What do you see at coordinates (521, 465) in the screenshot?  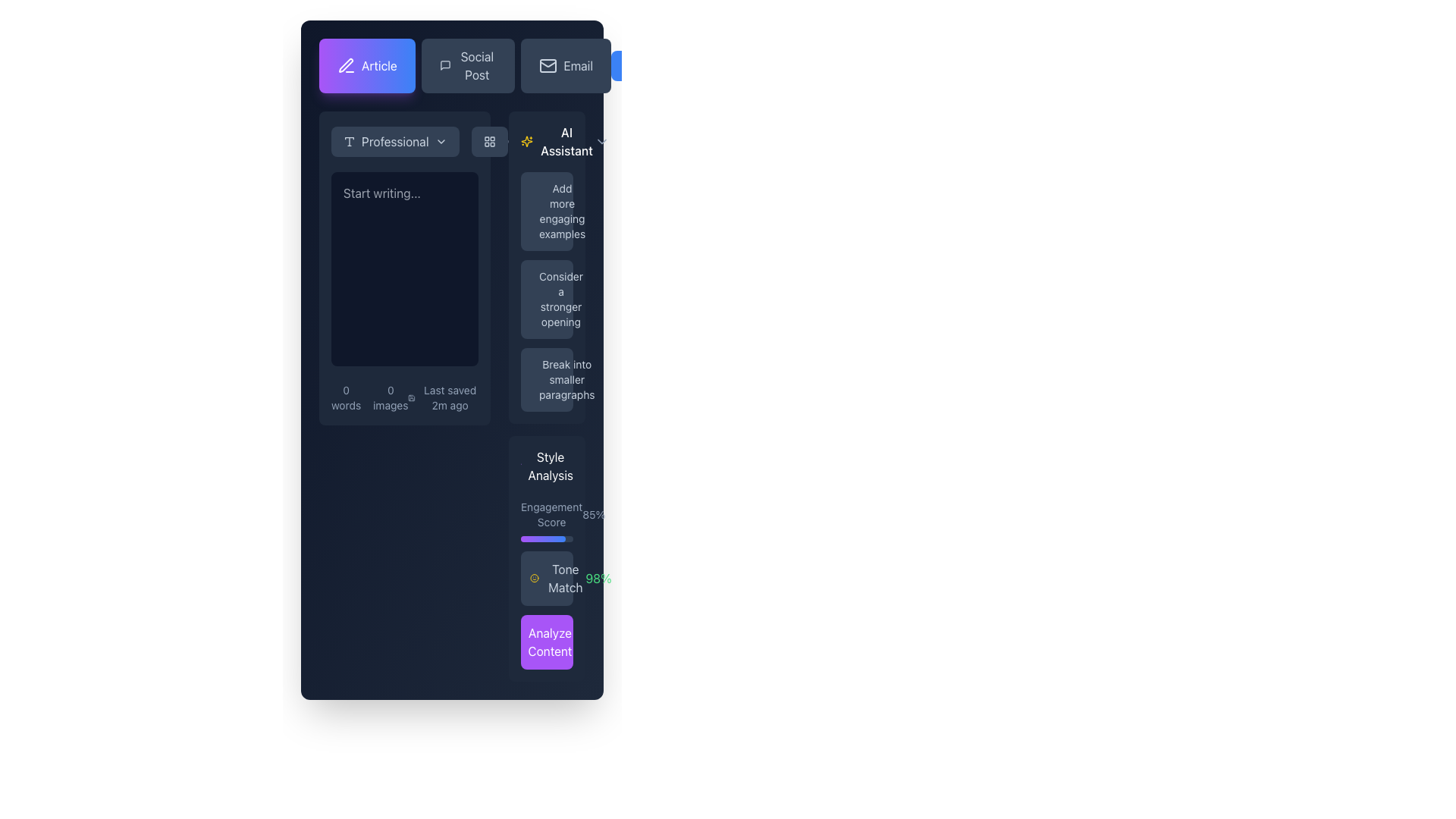 I see `the design of the 'Style Analysis' icon located in the vertical sidebar, positioned to the left of the 'Style Analysis' label` at bounding box center [521, 465].